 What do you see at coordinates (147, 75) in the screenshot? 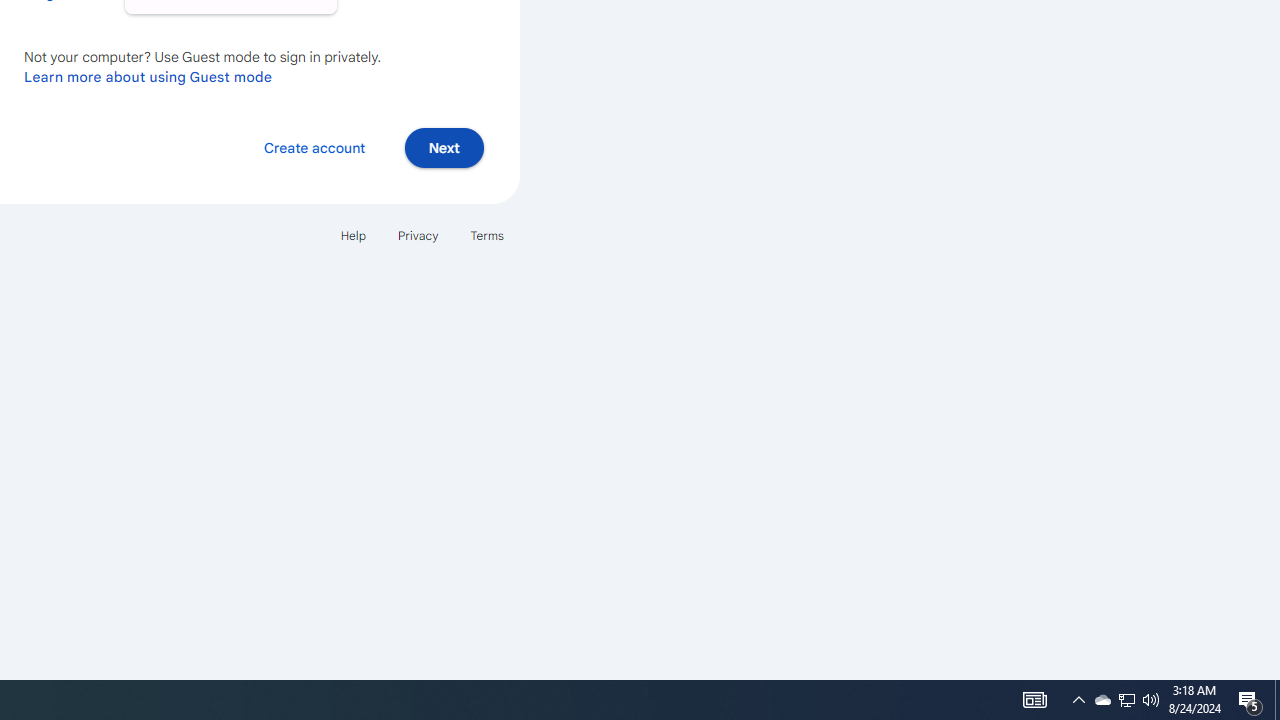
I see `'Learn more about using Guest mode'` at bounding box center [147, 75].